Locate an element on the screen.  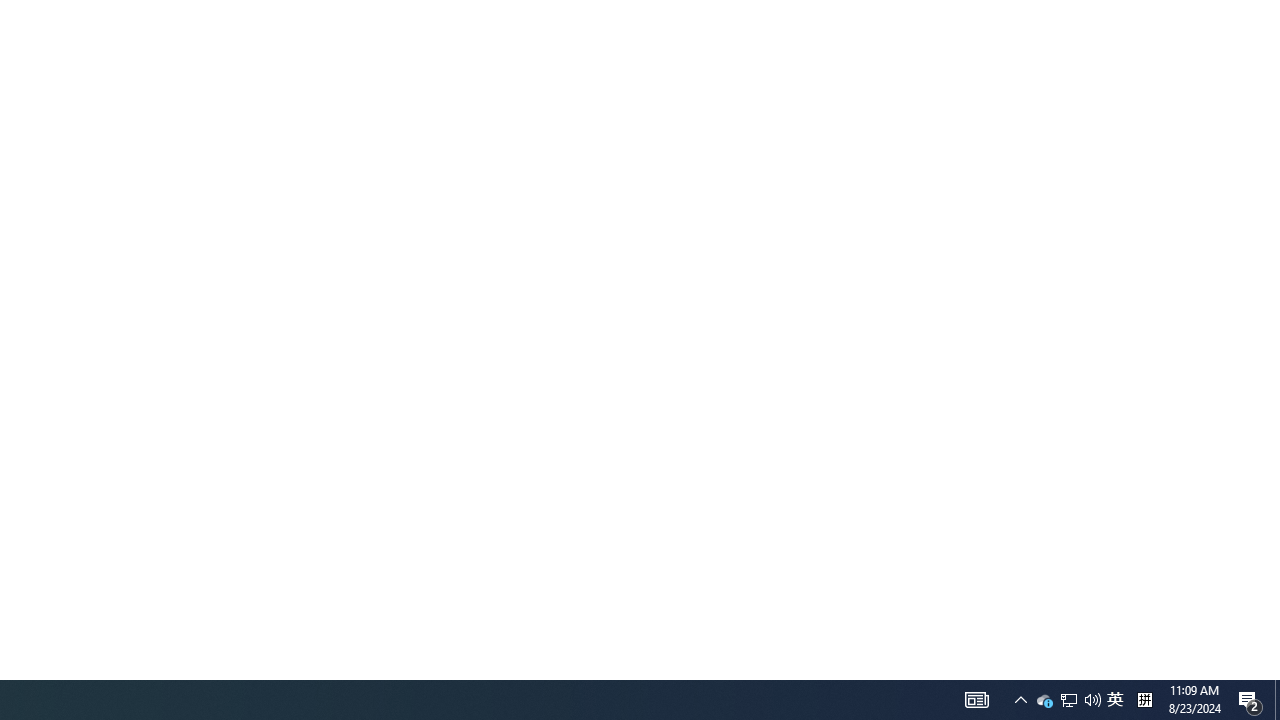
'Q2790: 100%' is located at coordinates (1092, 698).